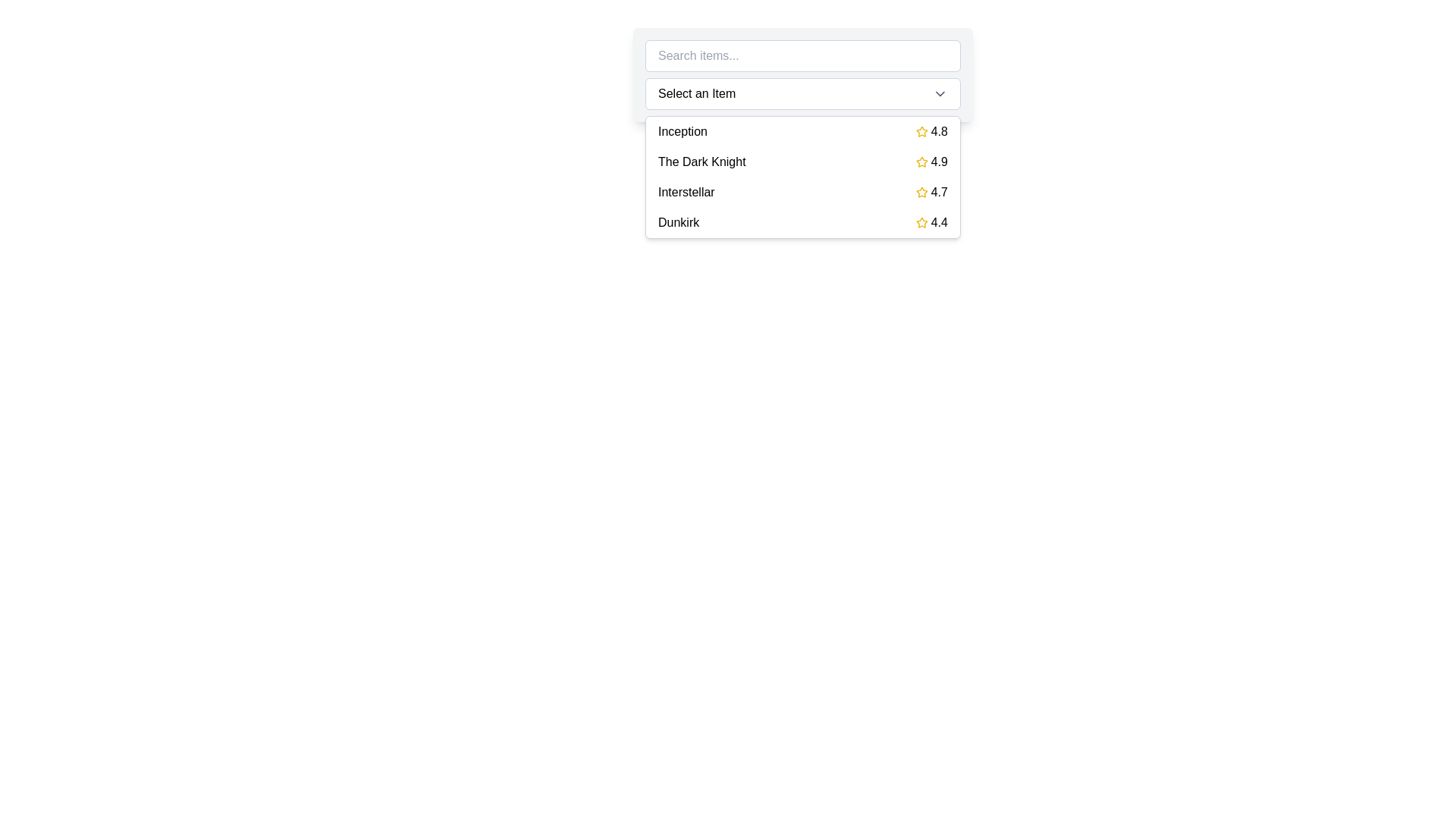 The height and width of the screenshot is (819, 1456). I want to click on the high rating icon for 'The Dark Knight', so click(921, 162).